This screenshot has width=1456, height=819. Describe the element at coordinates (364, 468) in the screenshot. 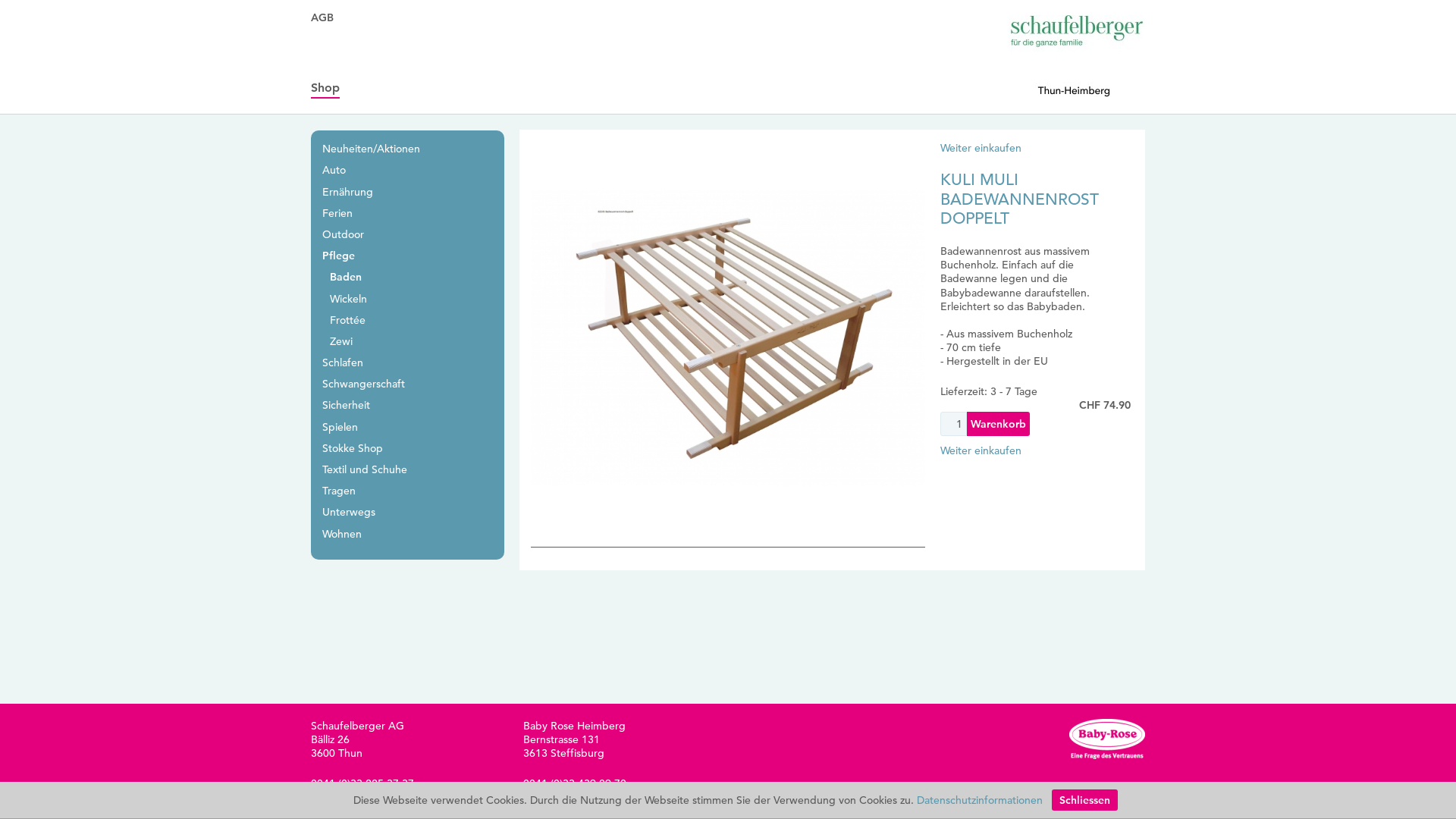

I see `'Textil und Schuhe'` at that location.